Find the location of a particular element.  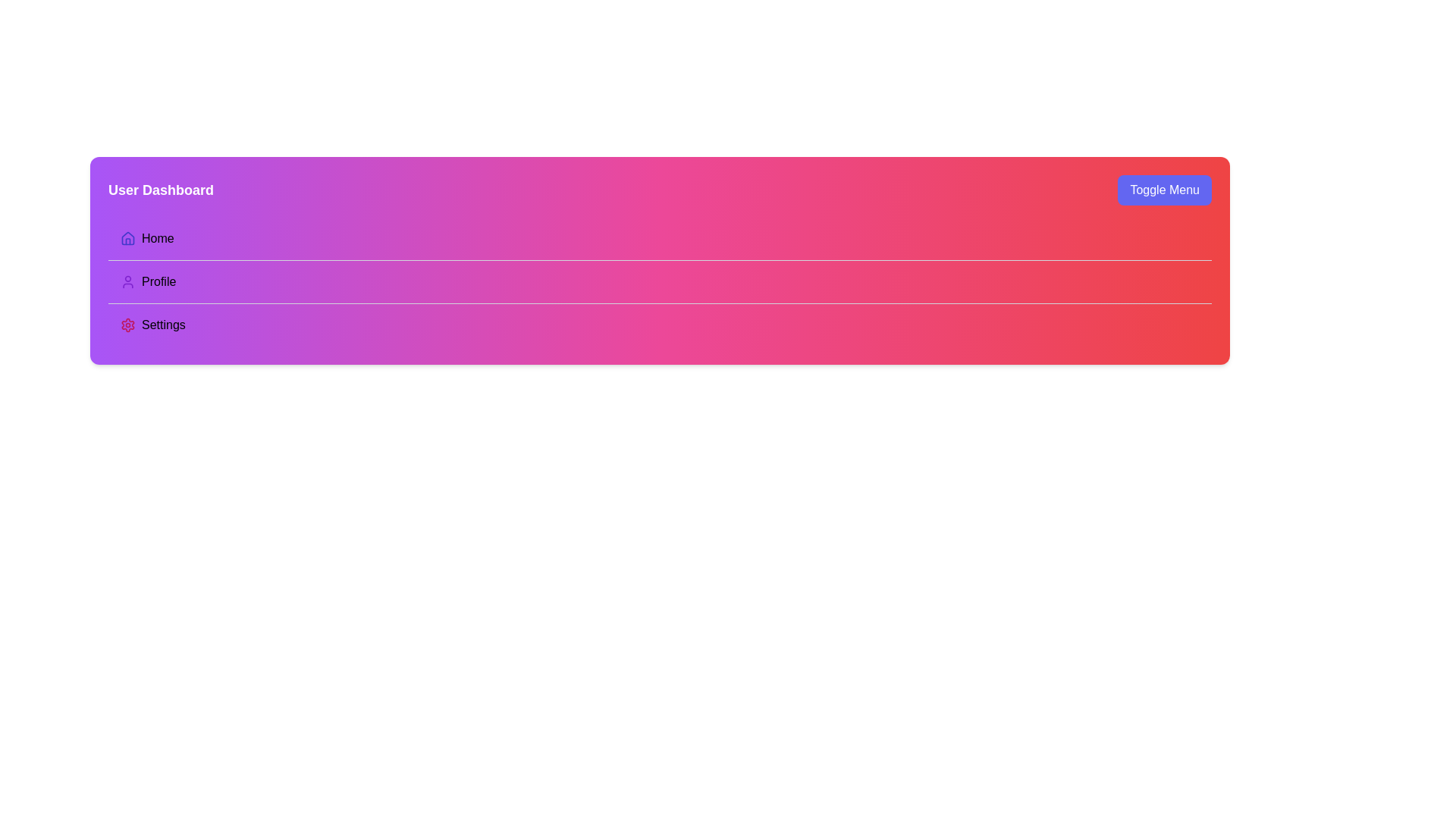

the gear-shaped settings icon is located at coordinates (127, 324).